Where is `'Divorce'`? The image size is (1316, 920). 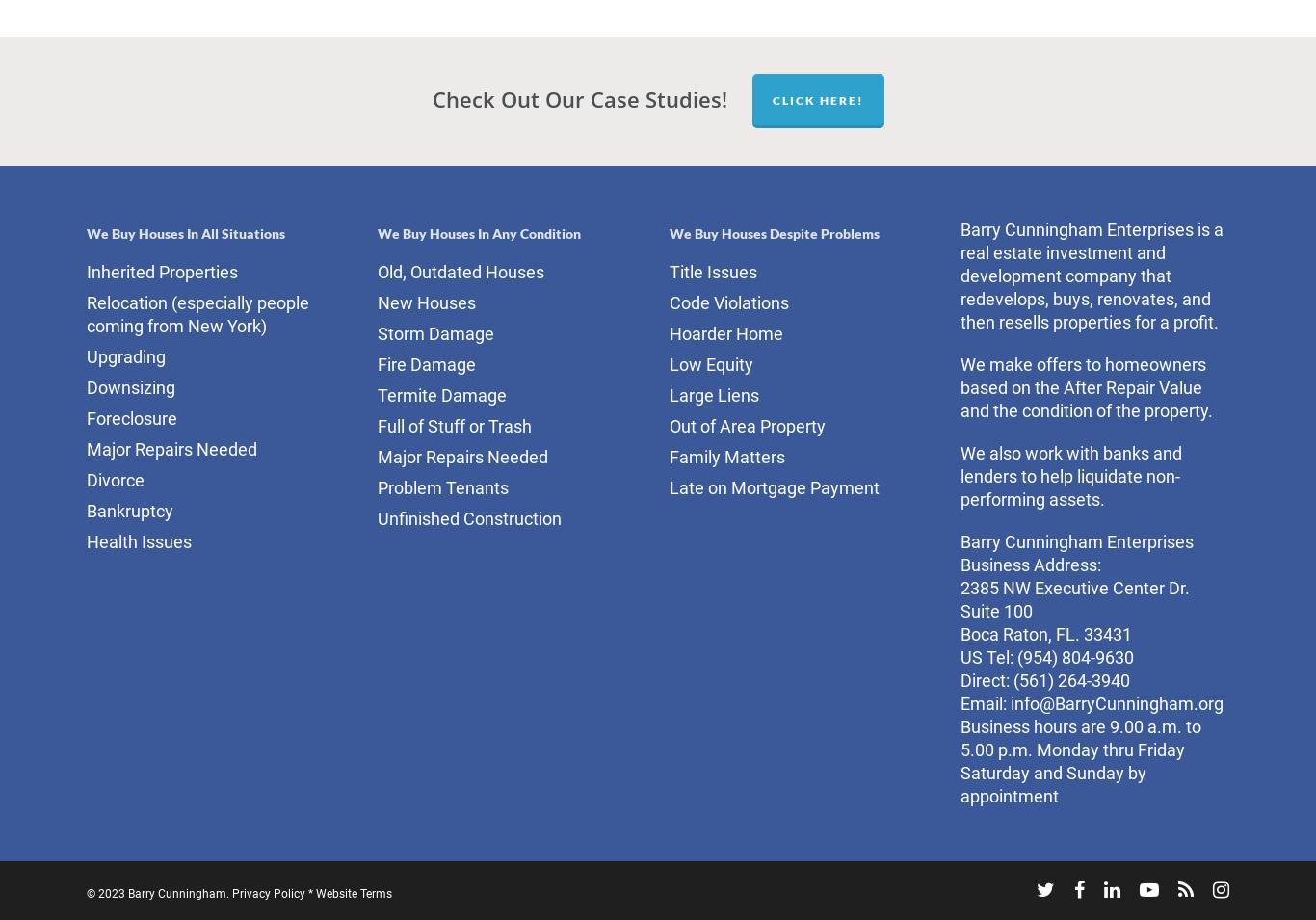
'Divorce' is located at coordinates (114, 479).